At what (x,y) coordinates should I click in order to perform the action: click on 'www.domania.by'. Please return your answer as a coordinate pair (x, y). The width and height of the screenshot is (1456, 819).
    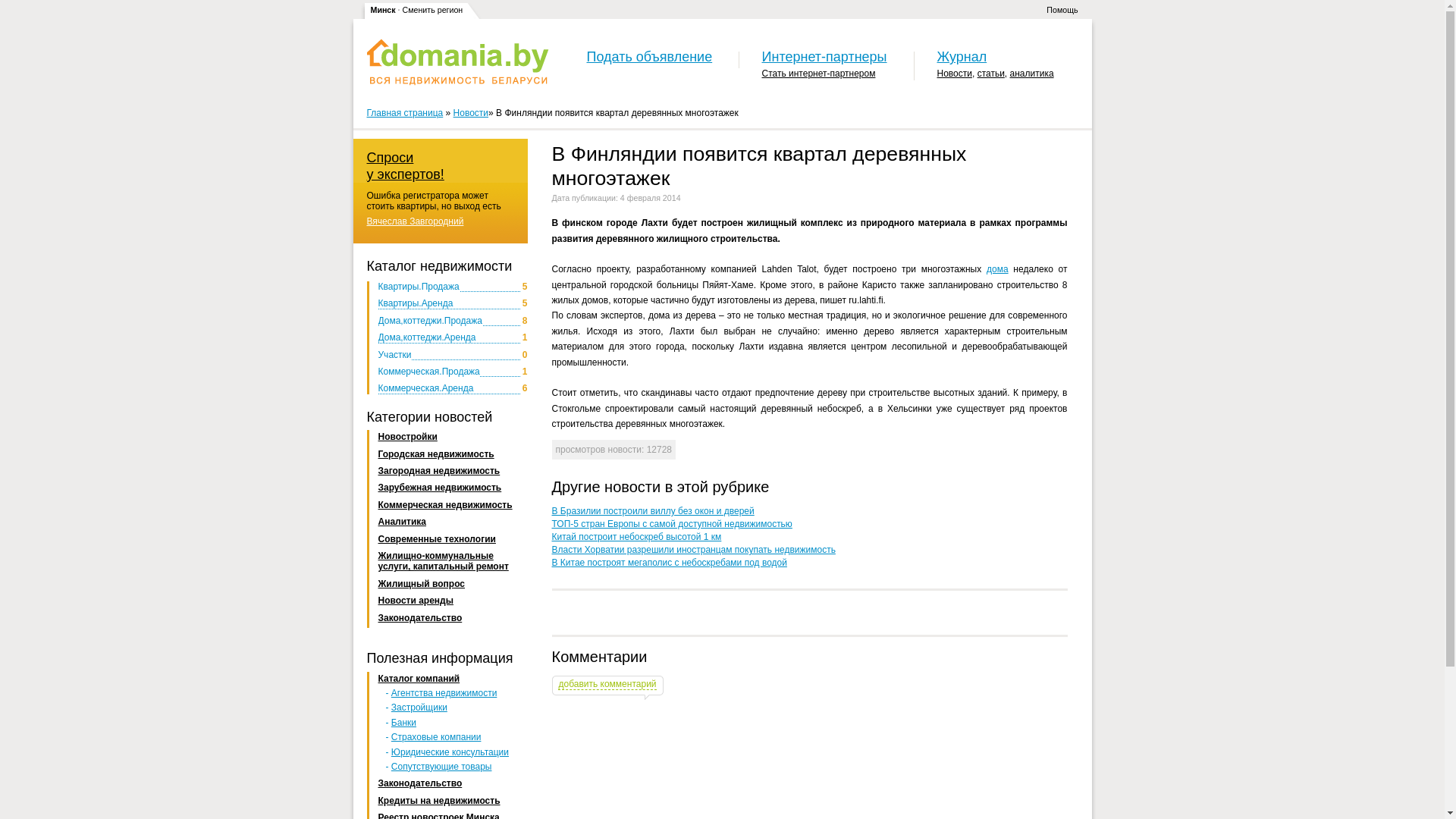
    Looking at the image, I should click on (457, 61).